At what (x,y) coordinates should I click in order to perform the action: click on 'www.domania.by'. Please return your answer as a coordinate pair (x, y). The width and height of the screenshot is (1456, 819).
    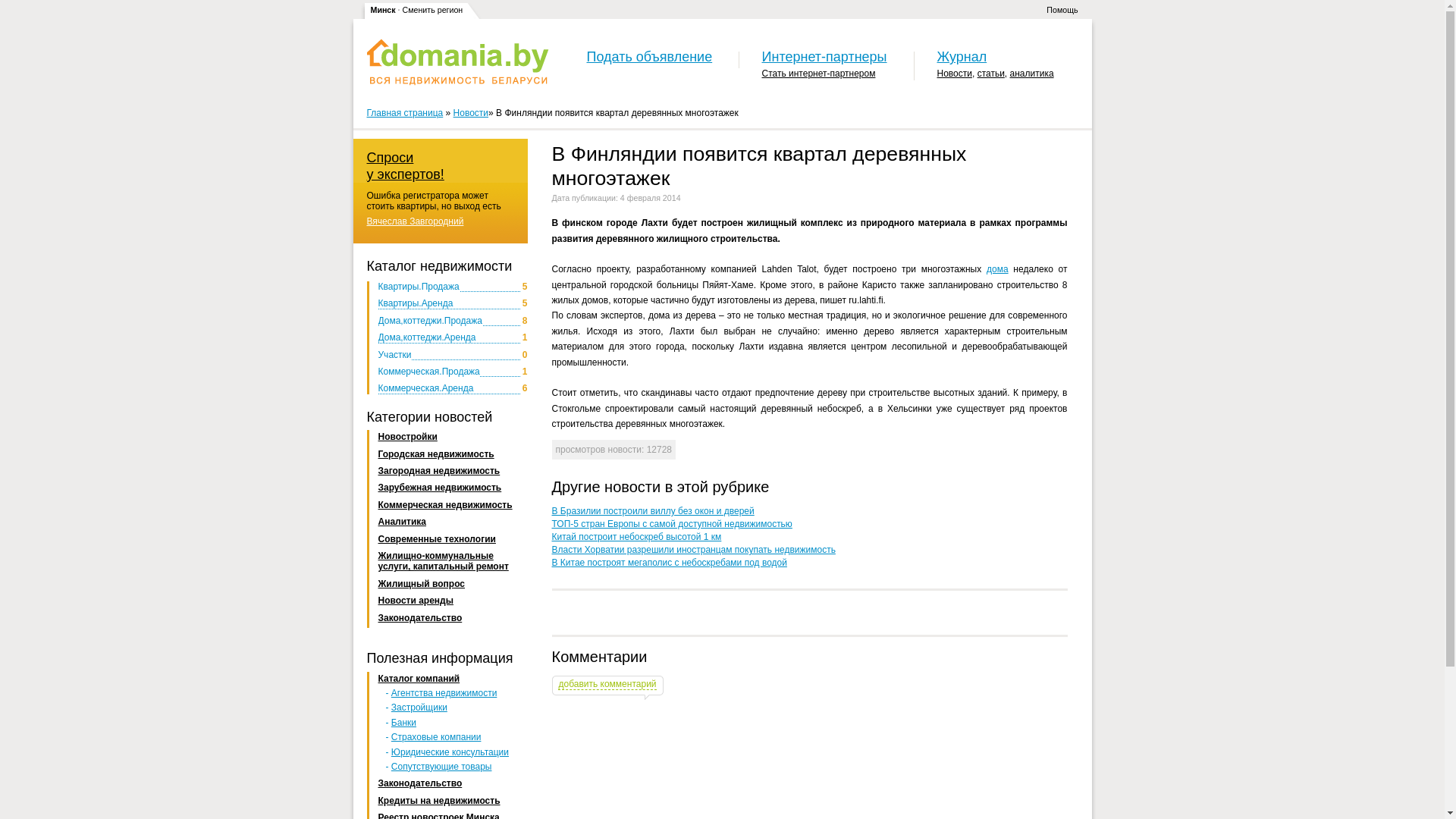
    Looking at the image, I should click on (457, 61).